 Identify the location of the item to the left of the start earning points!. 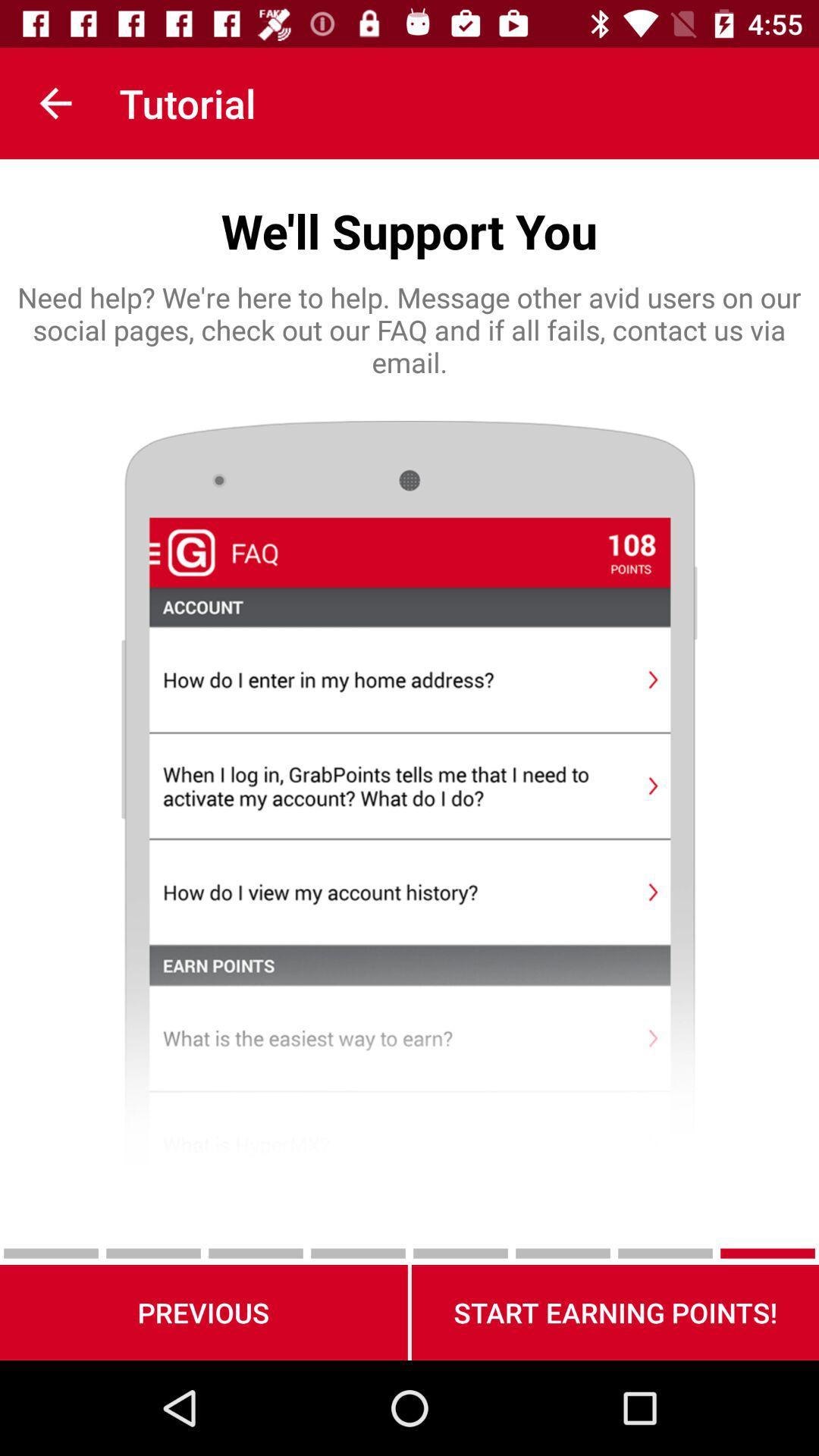
(202, 1312).